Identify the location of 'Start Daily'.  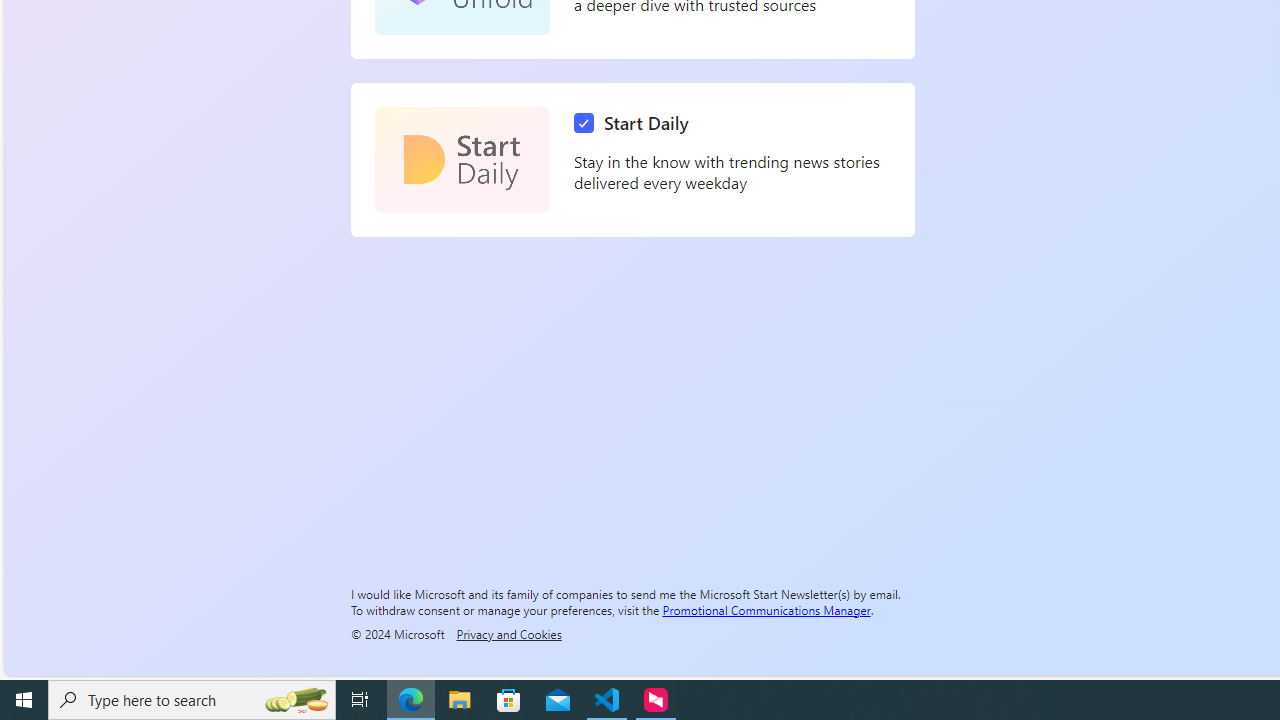
(461, 159).